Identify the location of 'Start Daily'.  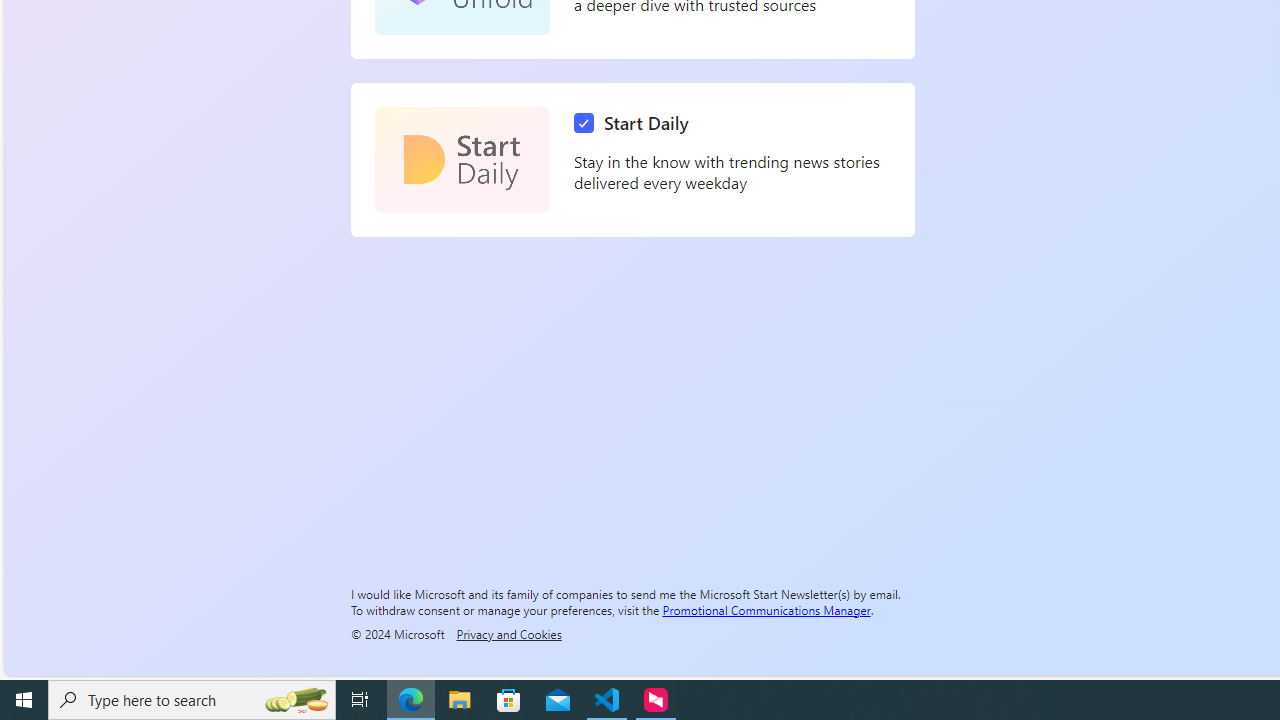
(461, 159).